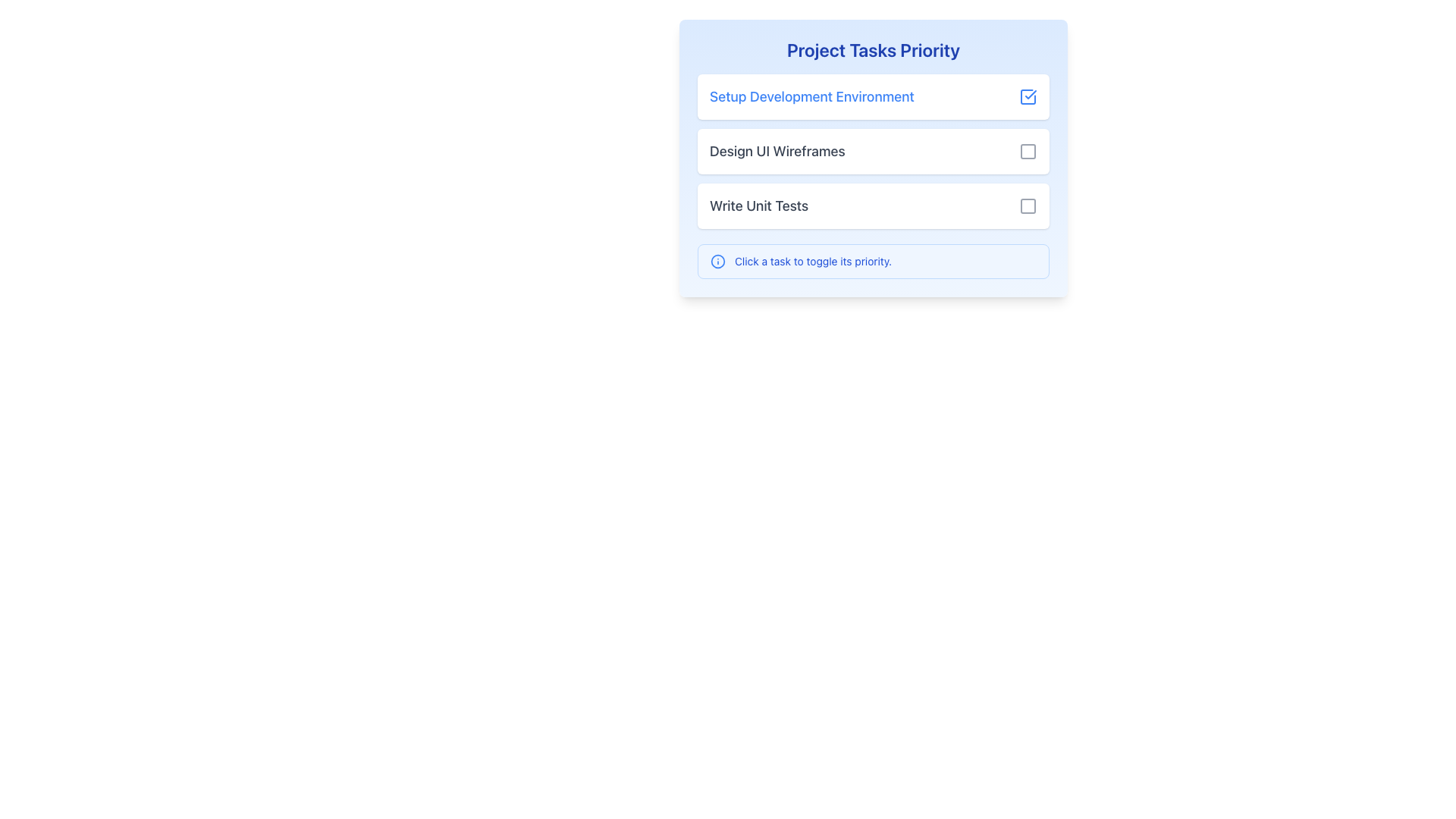 The image size is (1456, 819). Describe the element at coordinates (874, 260) in the screenshot. I see `the Information box, which is a notification box with a blue background and a bordered outline, containing the text 'Click a task to toggle its priority.'` at that location.